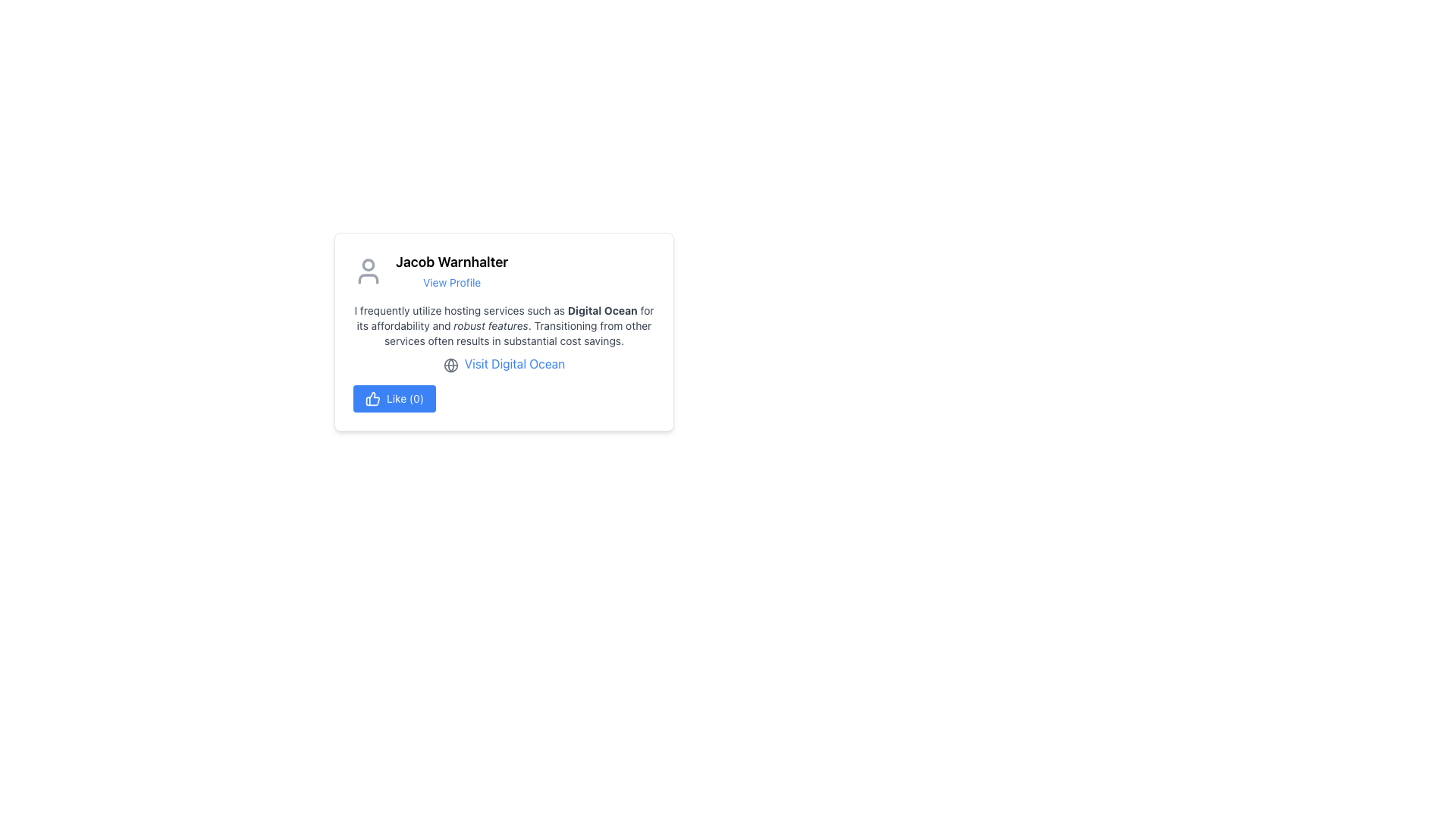 The width and height of the screenshot is (1456, 819). I want to click on the like button located directly below the user's profile description to increment the like count, so click(394, 397).